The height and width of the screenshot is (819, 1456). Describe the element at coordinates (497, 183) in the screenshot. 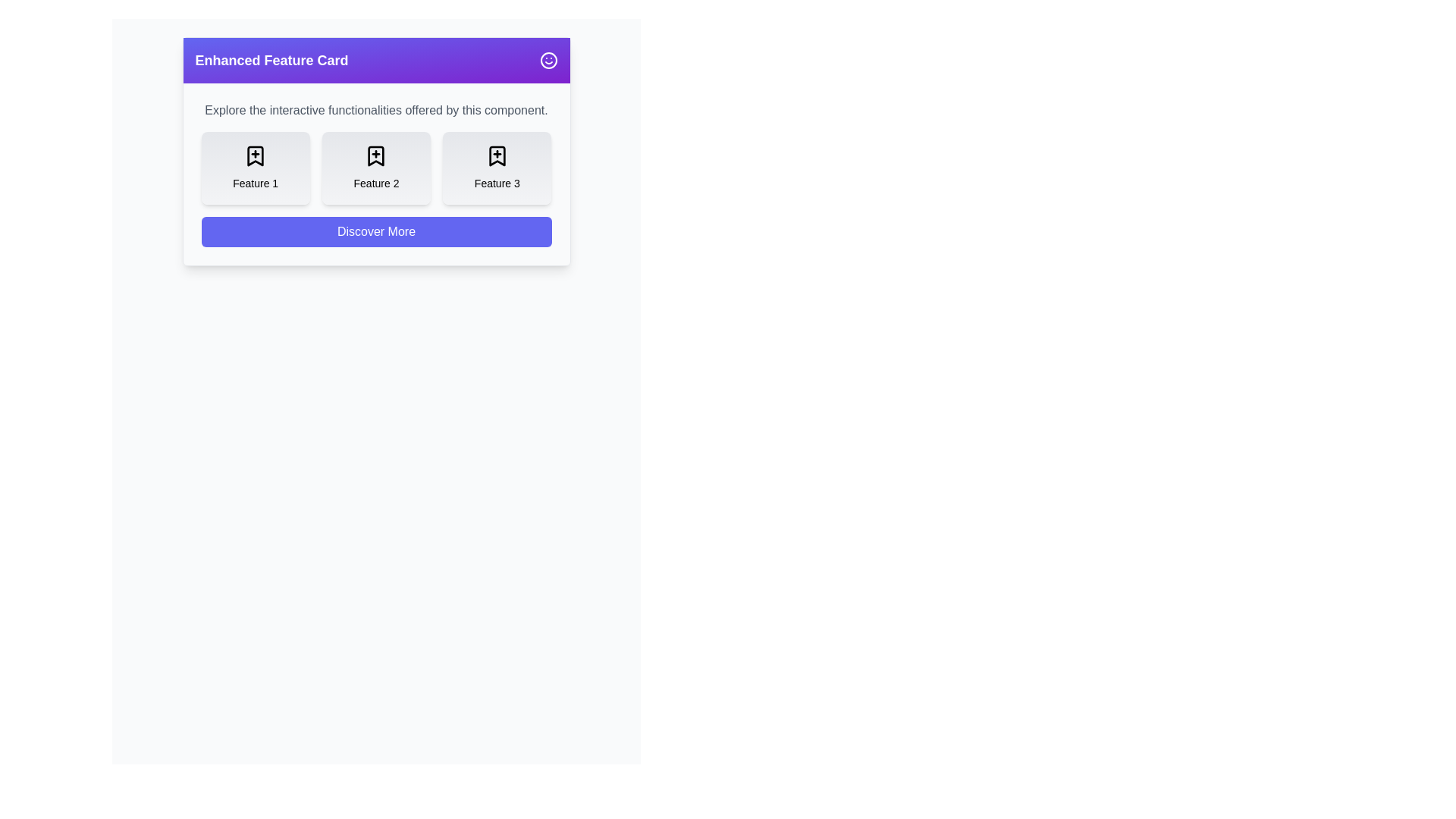

I see `the text label that identifies 'Feature 3', located at the bottom center of the third feature card in a horizontal series` at that location.